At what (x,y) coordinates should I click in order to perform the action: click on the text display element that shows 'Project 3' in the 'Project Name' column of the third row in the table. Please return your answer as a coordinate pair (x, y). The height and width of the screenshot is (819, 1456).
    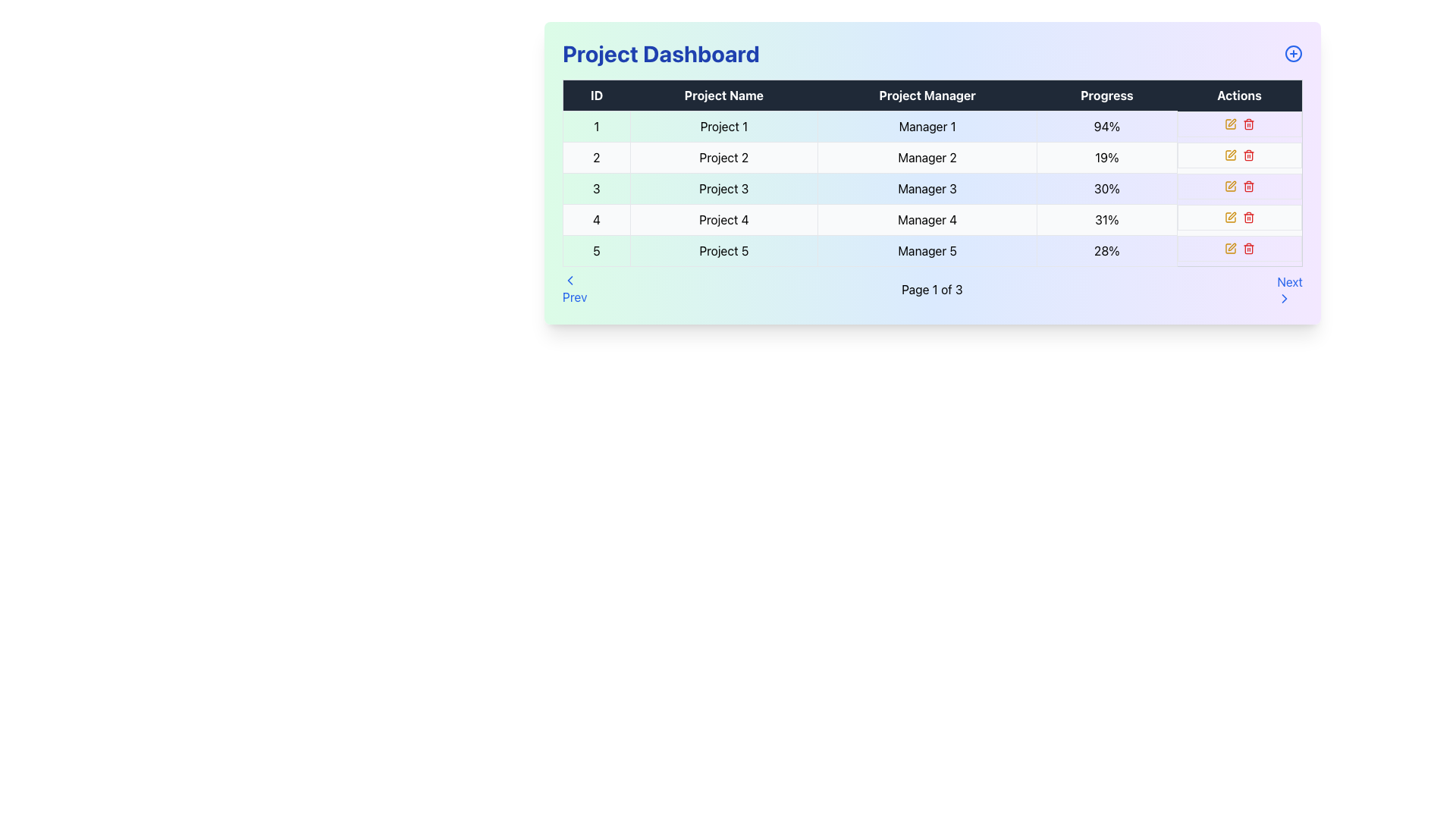
    Looking at the image, I should click on (723, 188).